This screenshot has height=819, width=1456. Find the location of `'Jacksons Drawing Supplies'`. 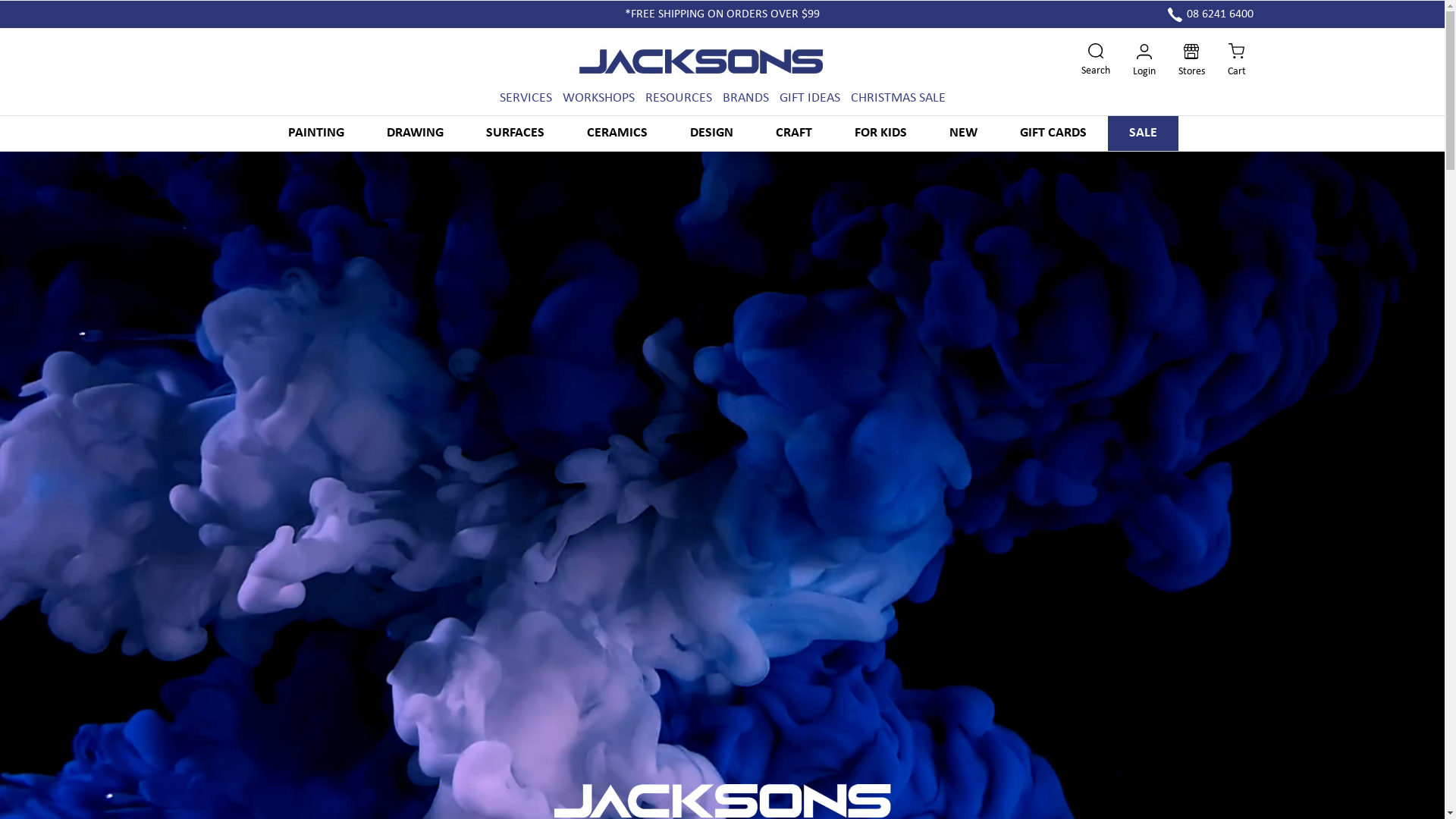

'Jacksons Drawing Supplies' is located at coordinates (704, 61).